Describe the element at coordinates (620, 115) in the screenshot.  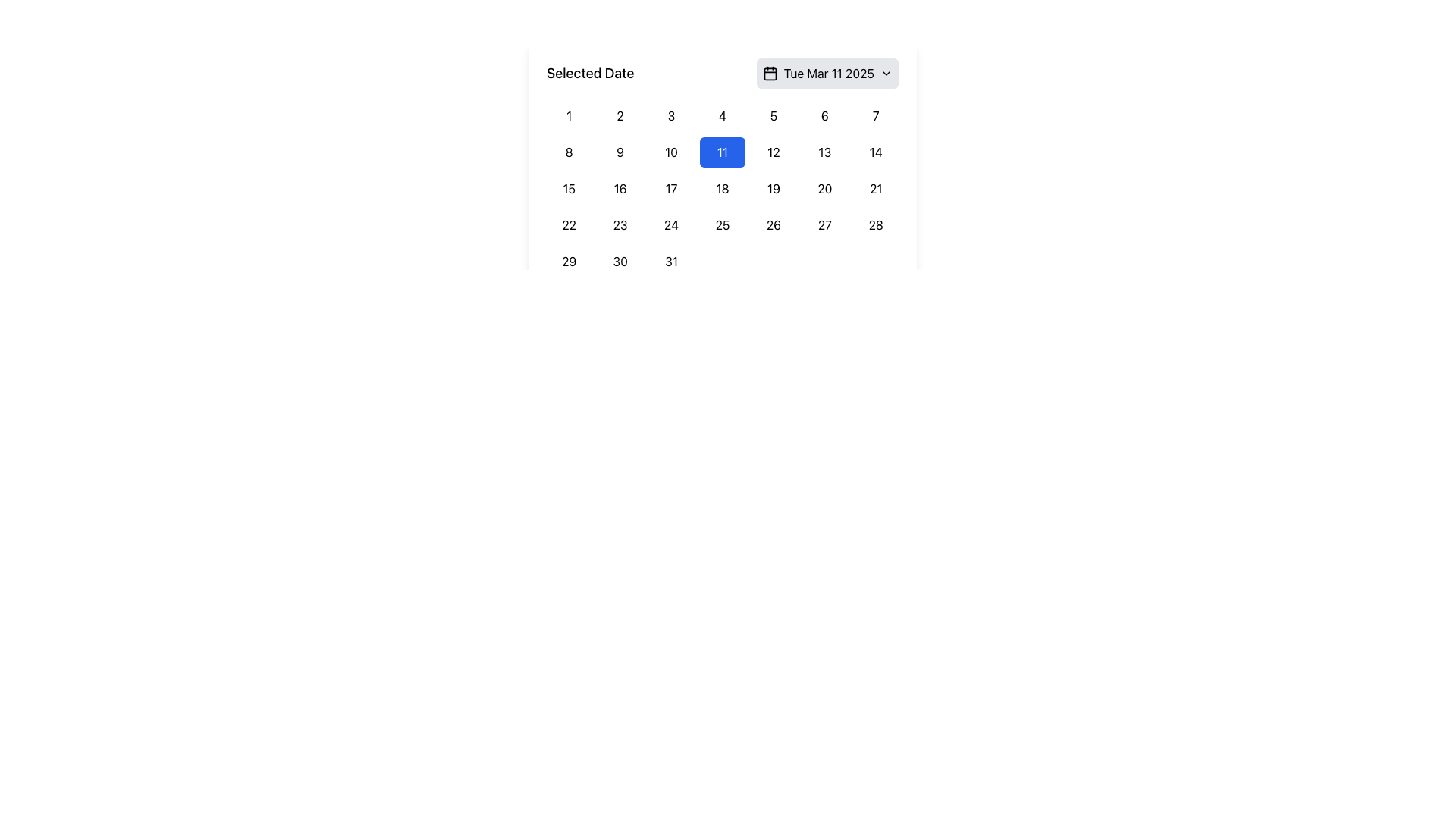
I see `the button representing day '2' in the calendar view` at that location.